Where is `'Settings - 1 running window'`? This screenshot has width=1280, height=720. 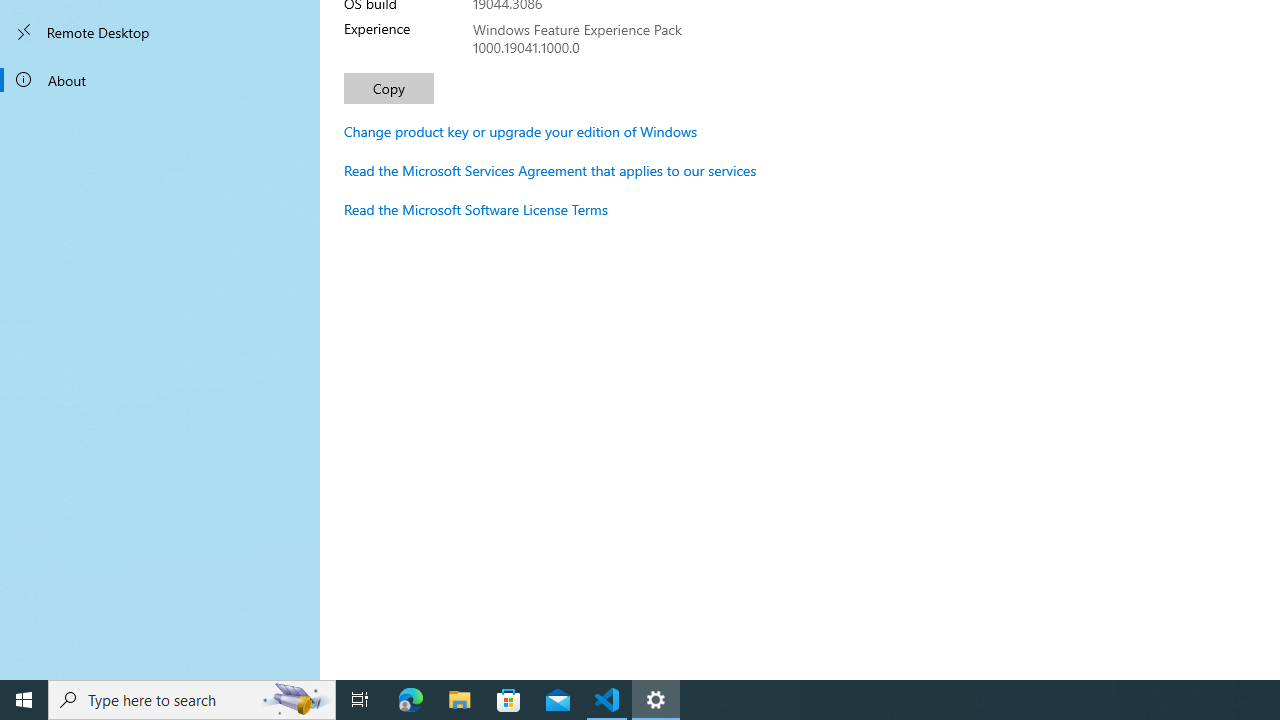
'Settings - 1 running window' is located at coordinates (656, 698).